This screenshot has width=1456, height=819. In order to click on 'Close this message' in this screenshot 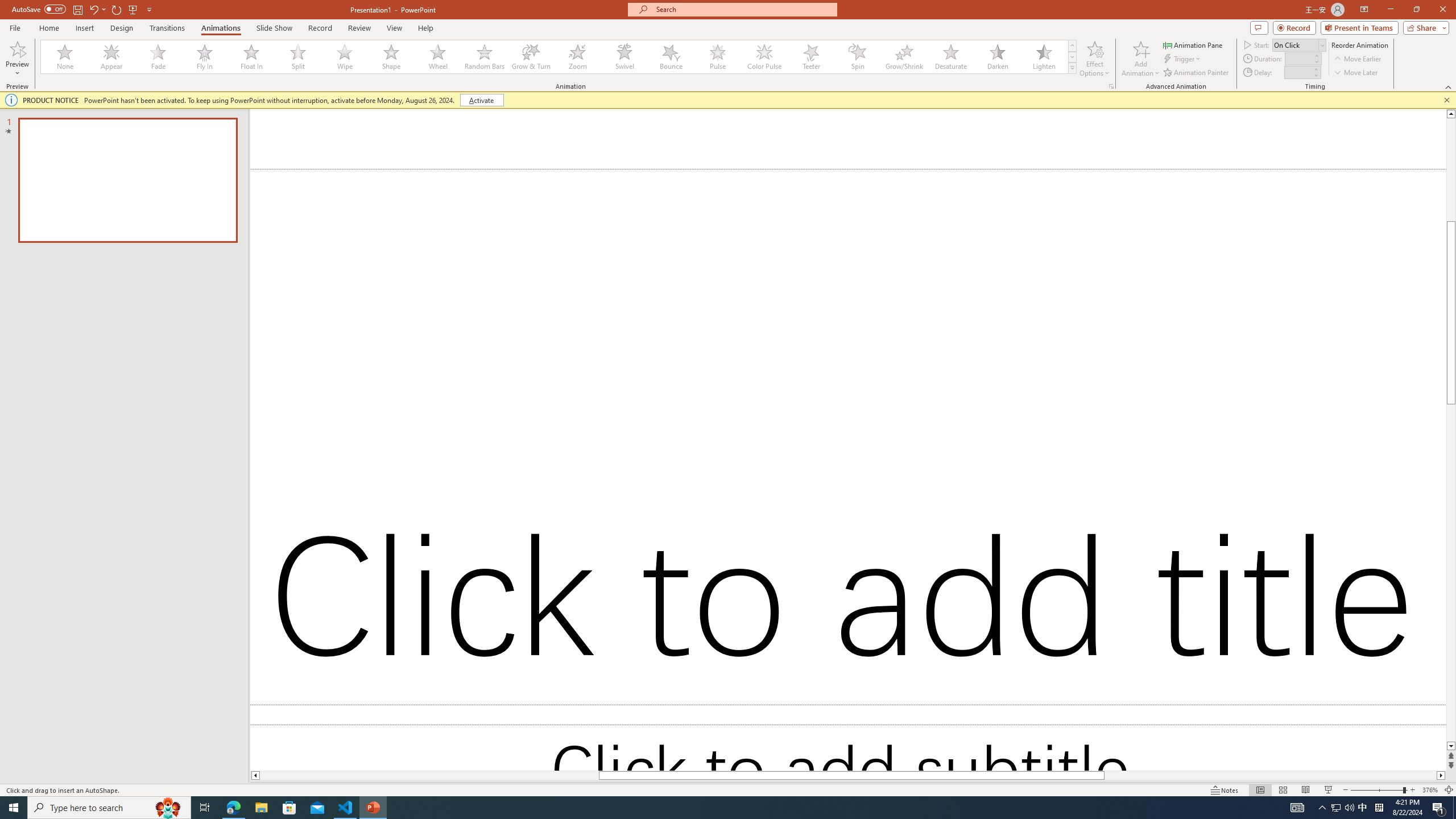, I will do `click(1446, 100)`.